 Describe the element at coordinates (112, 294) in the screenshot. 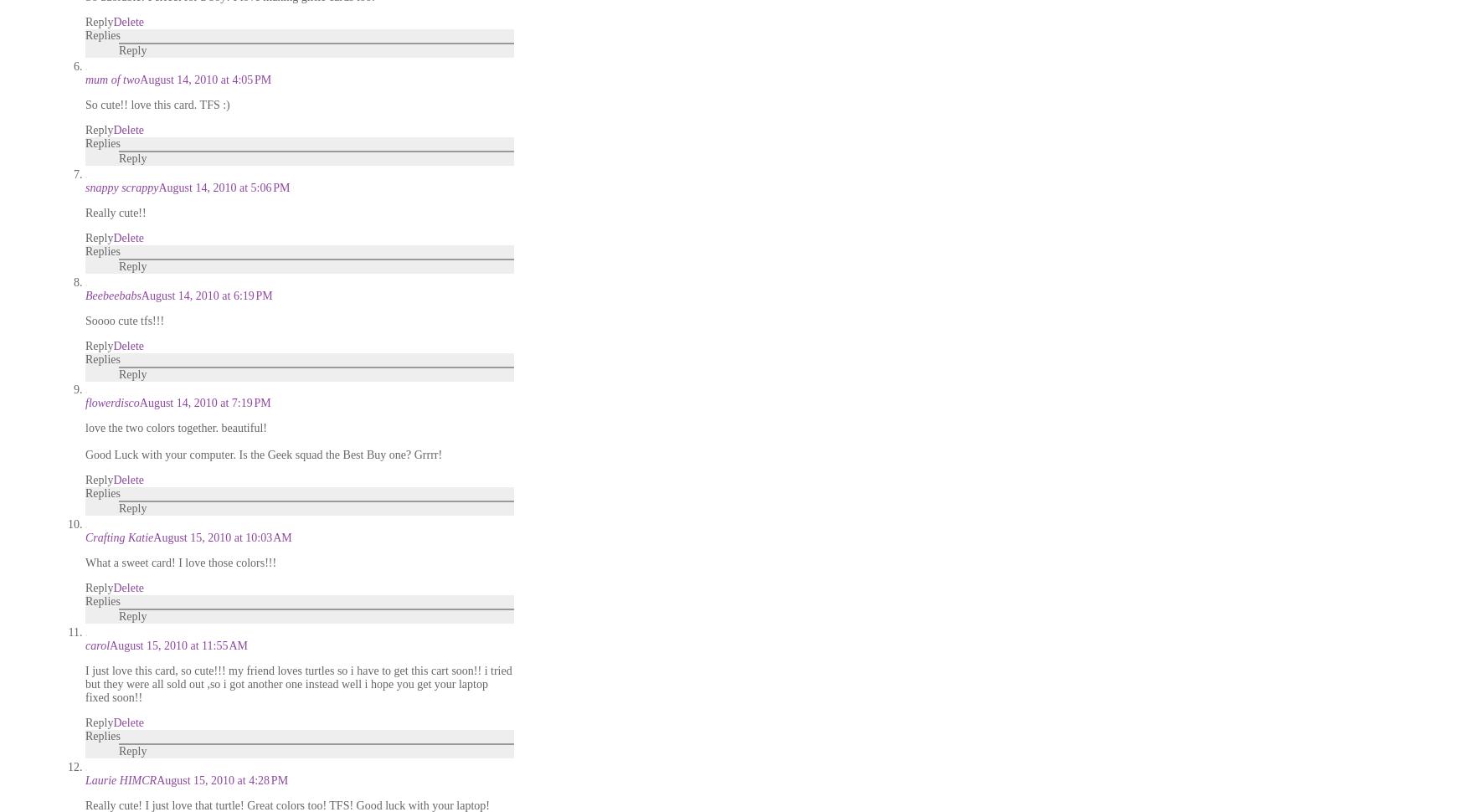

I see `'Beebeebabs'` at that location.